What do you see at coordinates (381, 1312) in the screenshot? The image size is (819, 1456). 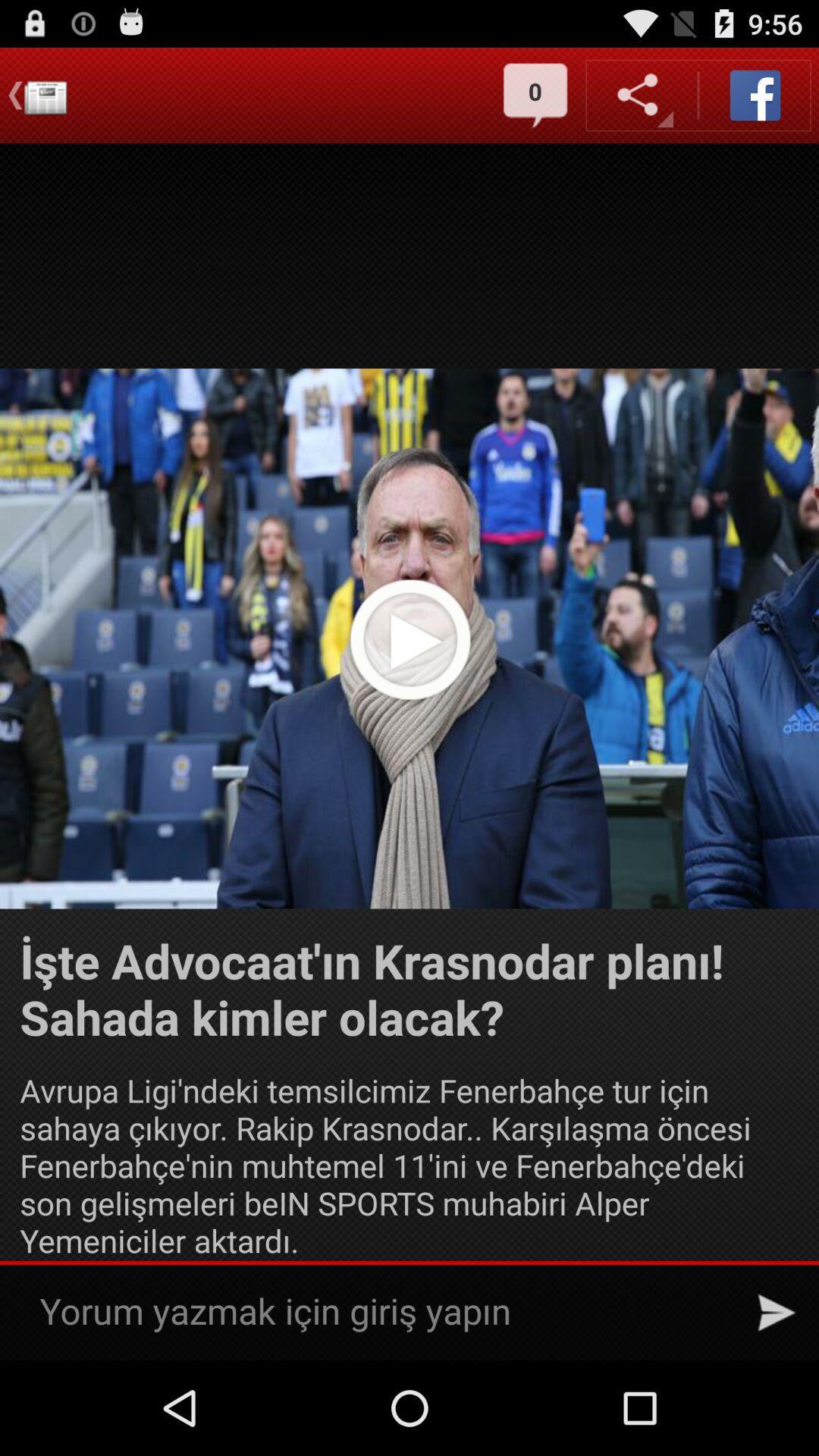 I see `a url or search term to go to here` at bounding box center [381, 1312].